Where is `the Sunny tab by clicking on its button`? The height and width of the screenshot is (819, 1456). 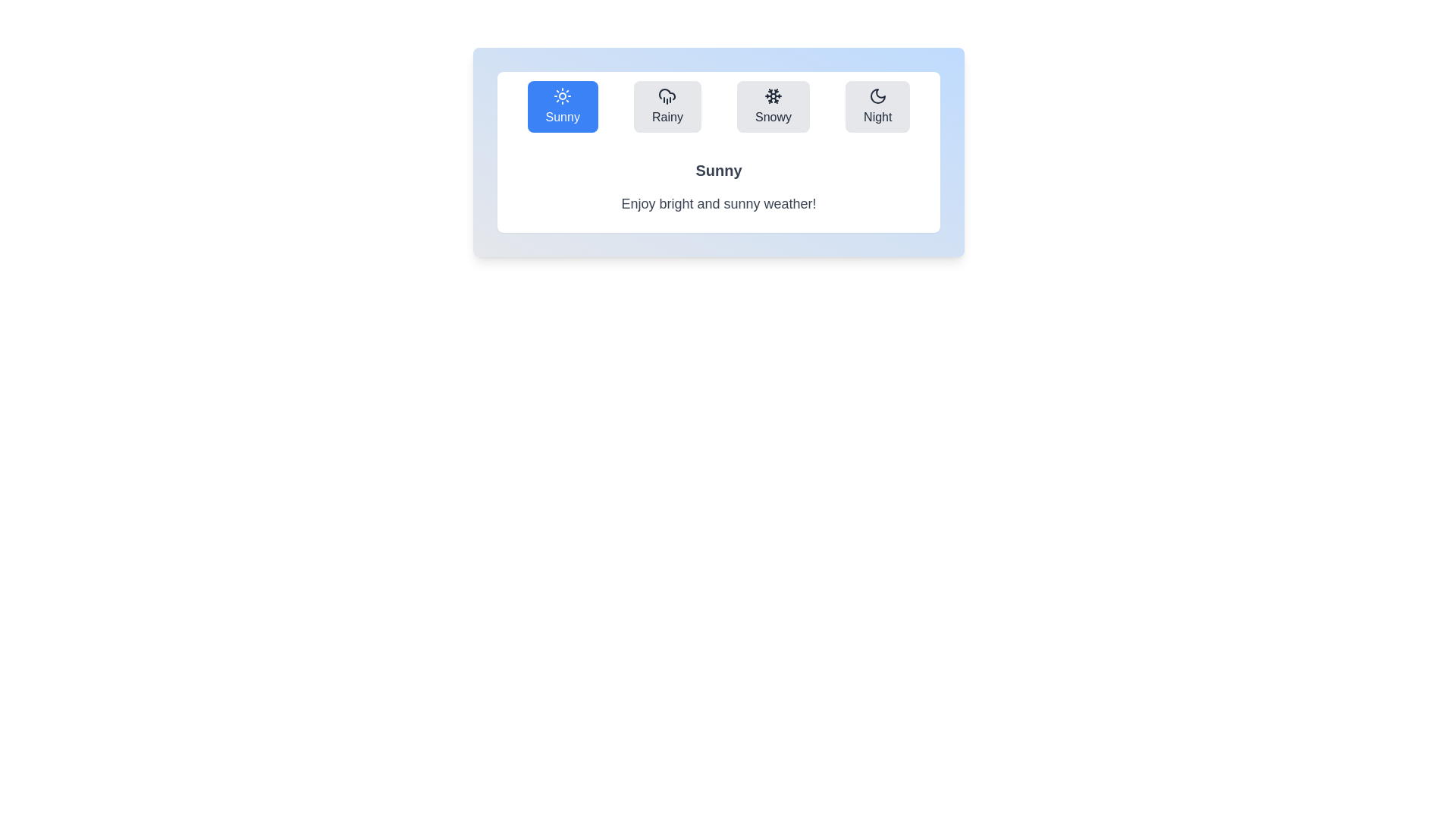 the Sunny tab by clicking on its button is located at coordinates (562, 106).